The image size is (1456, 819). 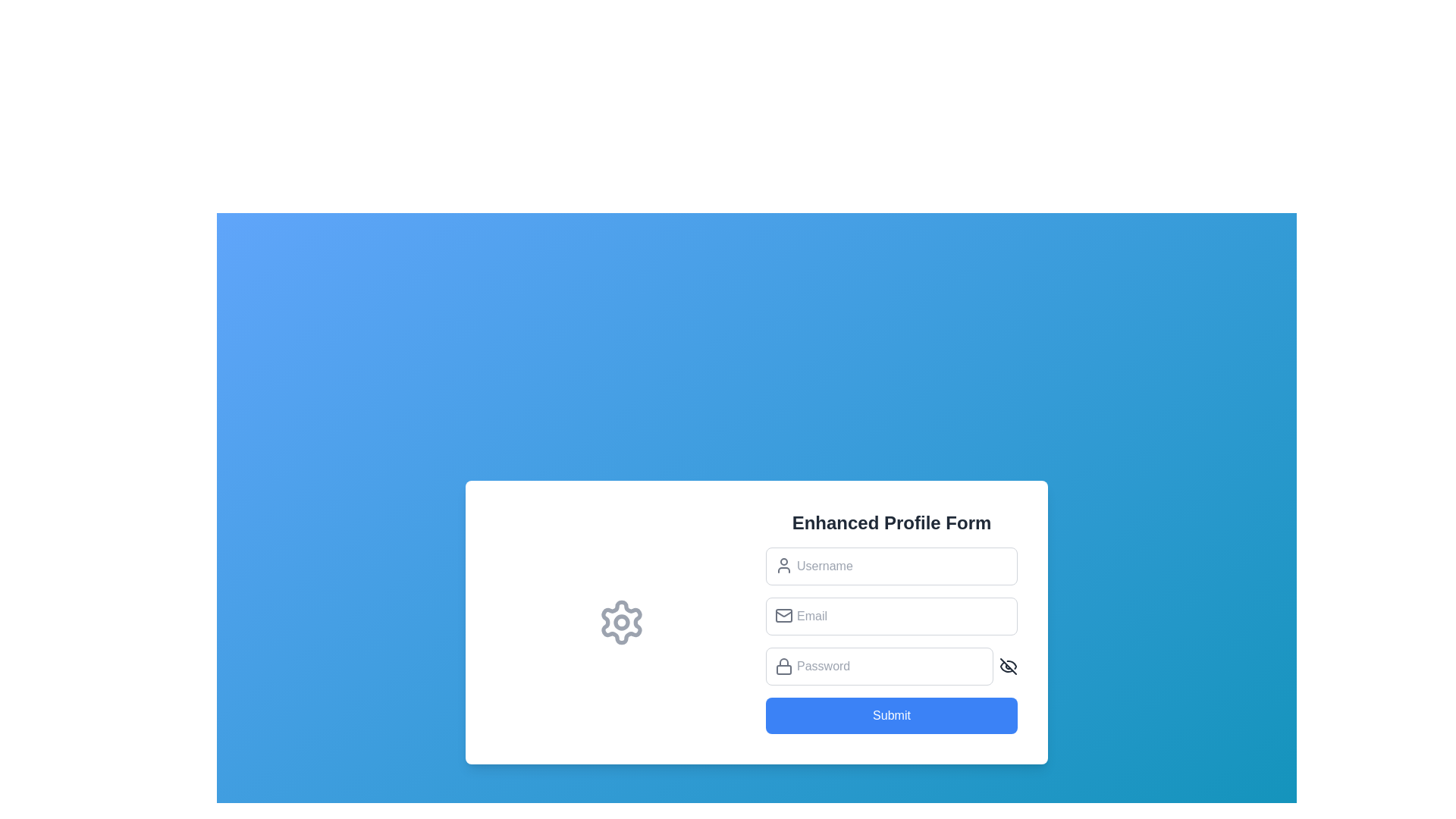 What do you see at coordinates (783, 669) in the screenshot?
I see `the bottom rectangular component of the lock icon graphic, which is minimalistic and lacks distinct text or symbols` at bounding box center [783, 669].